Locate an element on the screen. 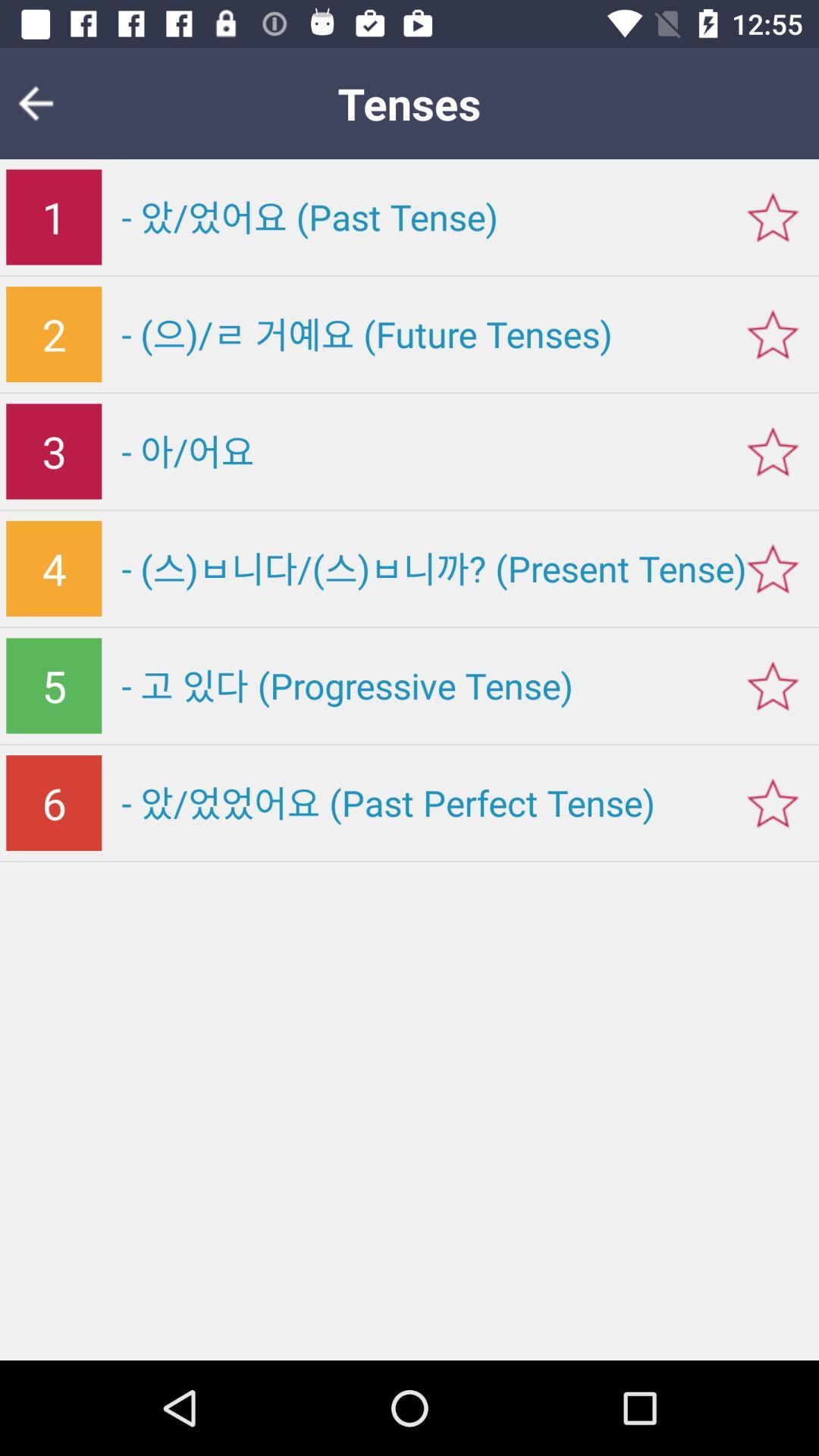 Image resolution: width=819 pixels, height=1456 pixels. 3 is located at coordinates (53, 450).